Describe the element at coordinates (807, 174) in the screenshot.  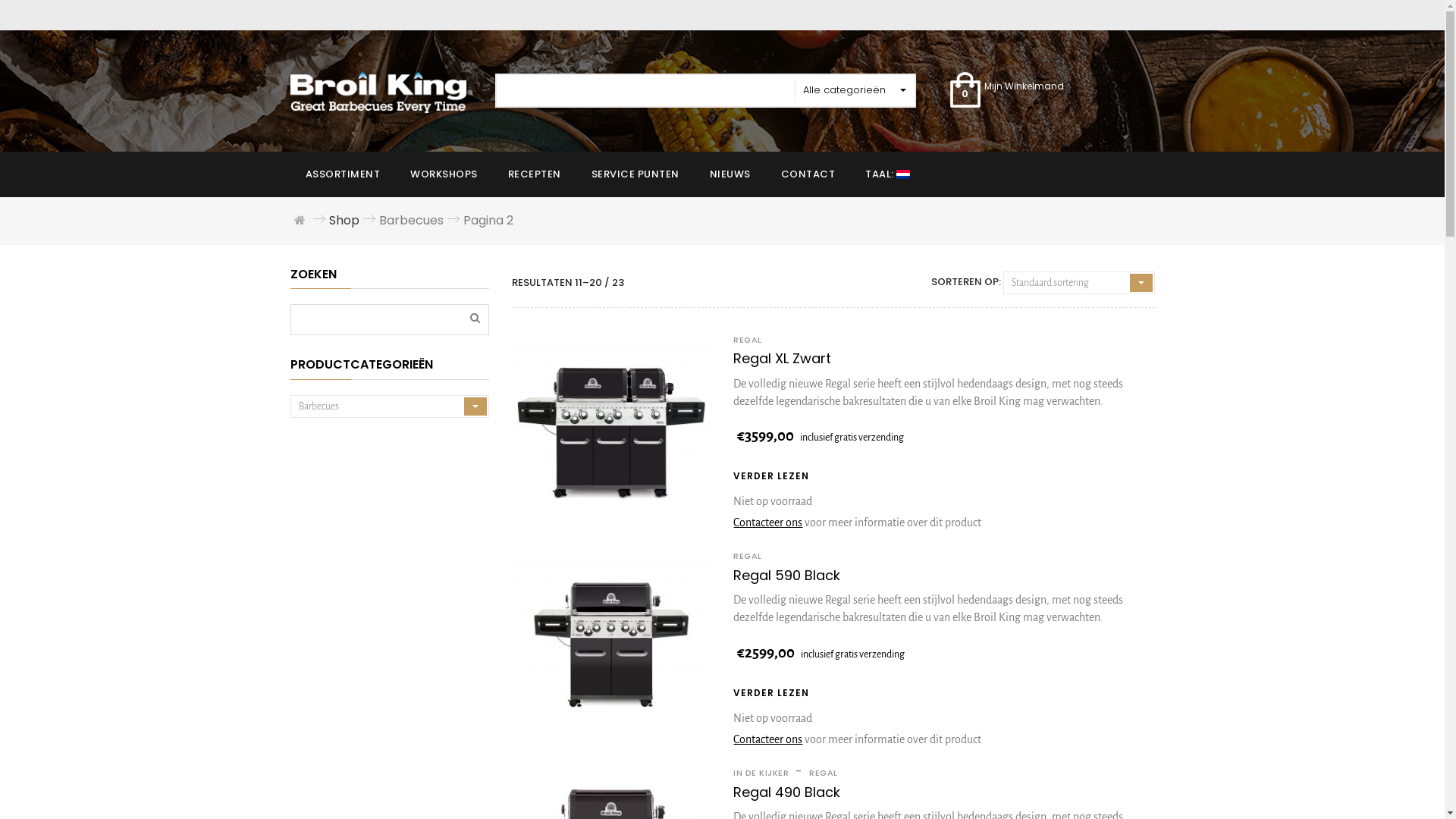
I see `'CONTACT'` at that location.